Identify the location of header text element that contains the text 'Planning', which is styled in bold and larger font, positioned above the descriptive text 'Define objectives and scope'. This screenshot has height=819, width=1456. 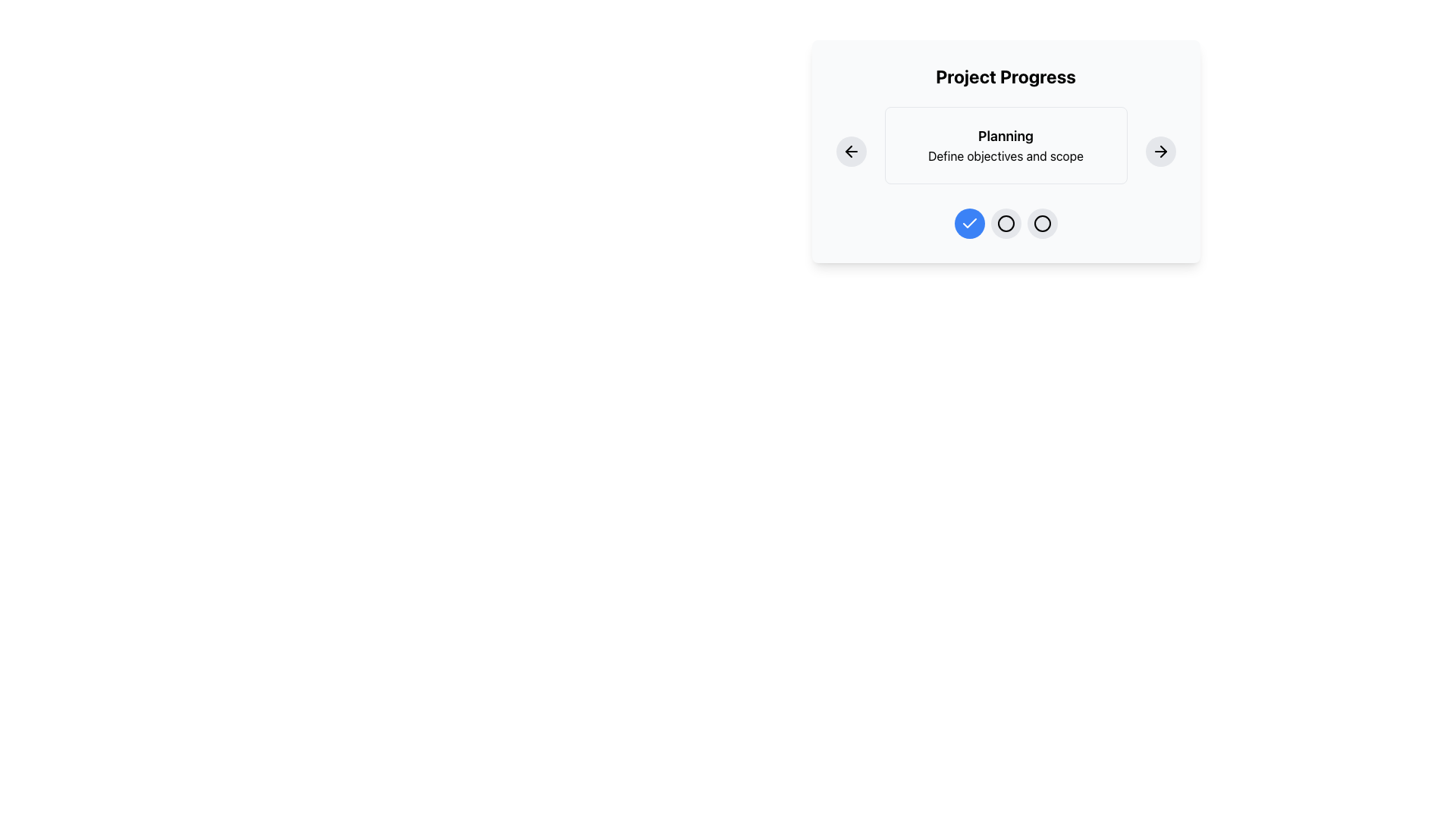
(1006, 136).